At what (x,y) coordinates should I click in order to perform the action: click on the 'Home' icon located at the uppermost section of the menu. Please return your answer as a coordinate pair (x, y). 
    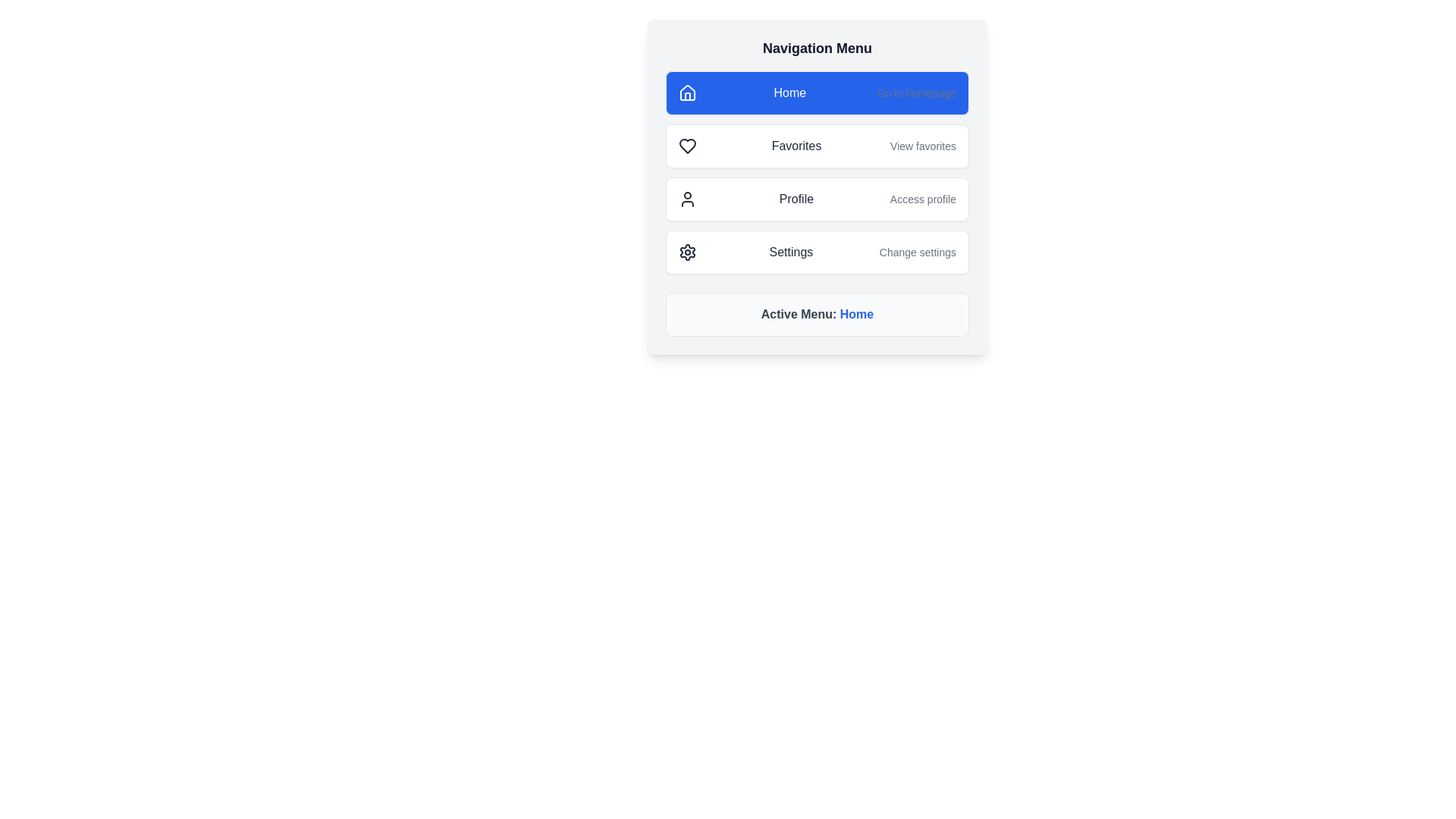
    Looking at the image, I should click on (687, 93).